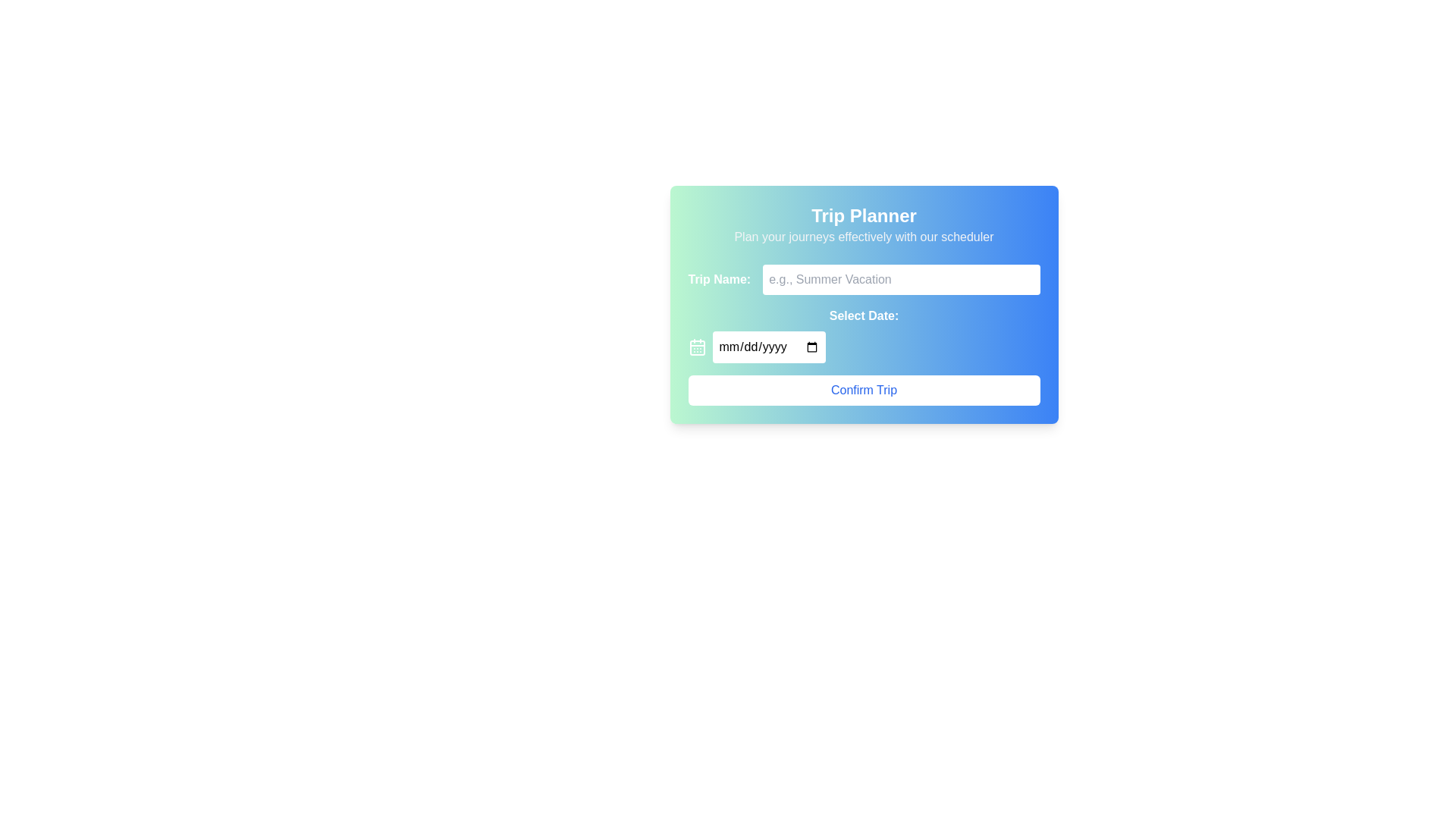 The height and width of the screenshot is (819, 1456). What do you see at coordinates (864, 390) in the screenshot?
I see `the button at the bottom of the 'Trip Planner' section to confirm the trip` at bounding box center [864, 390].